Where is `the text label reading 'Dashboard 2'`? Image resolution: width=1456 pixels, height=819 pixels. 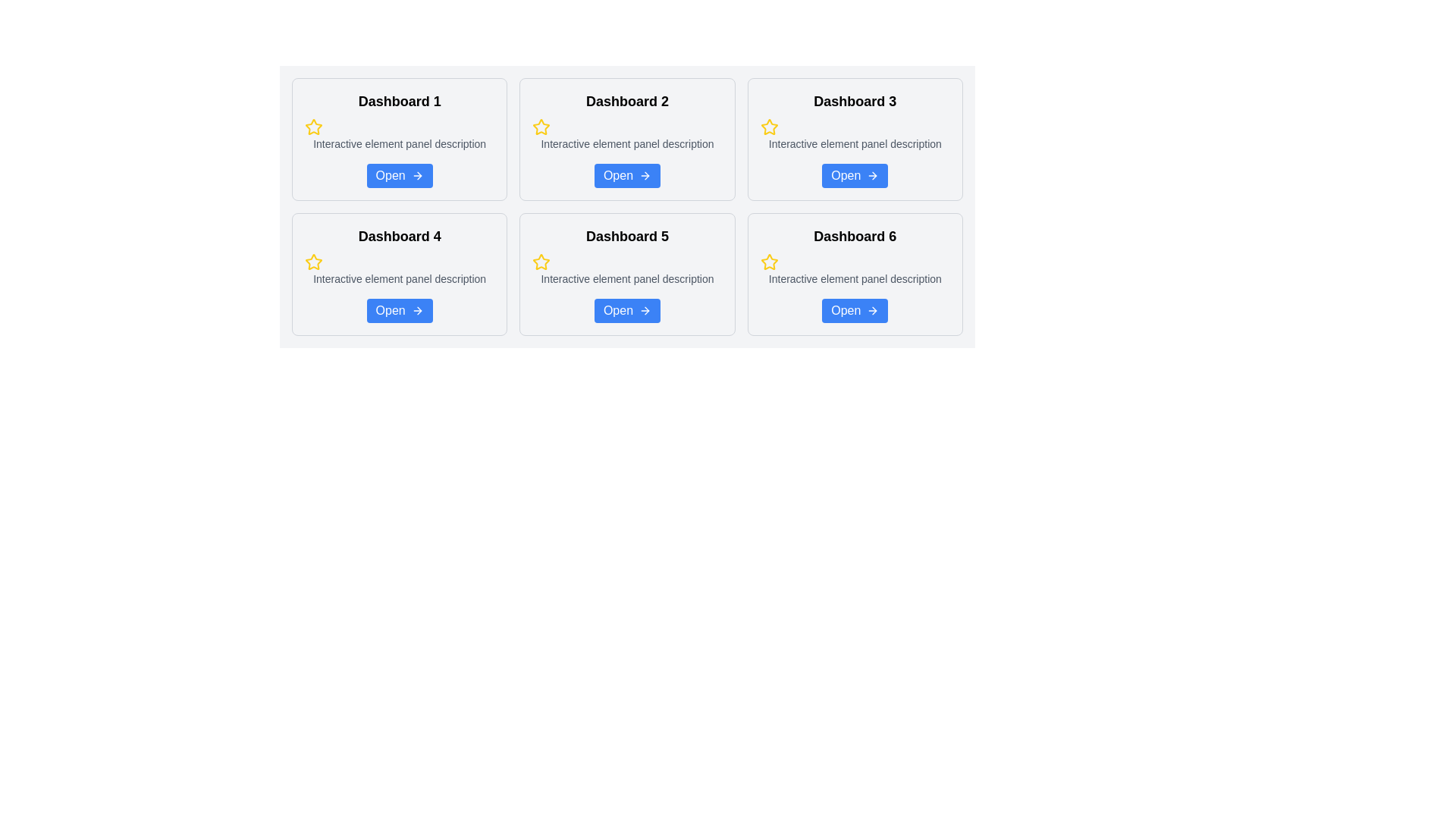 the text label reading 'Dashboard 2' is located at coordinates (627, 102).